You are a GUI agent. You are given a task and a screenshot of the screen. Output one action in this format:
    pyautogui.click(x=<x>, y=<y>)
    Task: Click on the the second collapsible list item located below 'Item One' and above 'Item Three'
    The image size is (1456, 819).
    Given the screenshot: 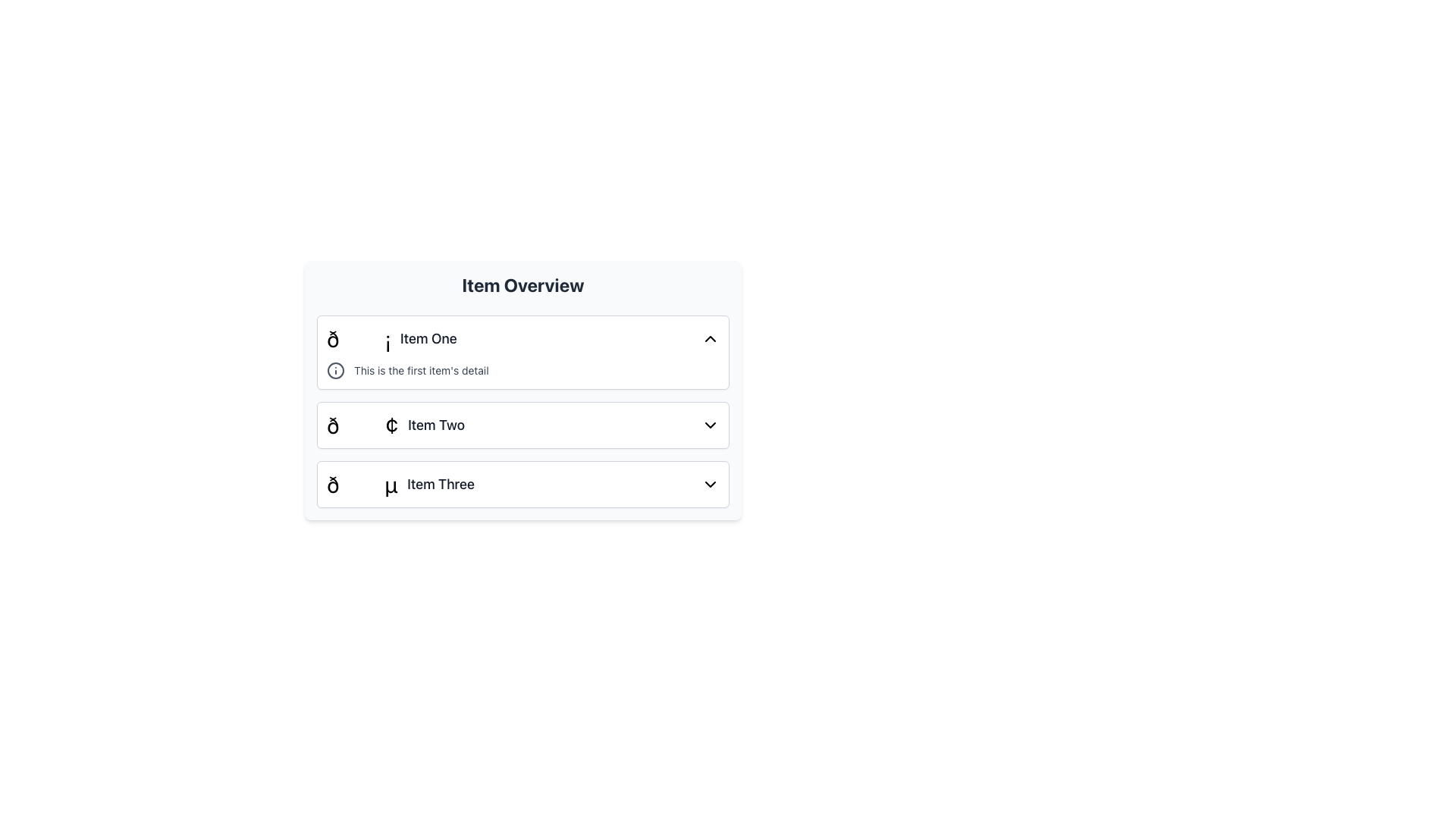 What is the action you would take?
    pyautogui.click(x=523, y=425)
    